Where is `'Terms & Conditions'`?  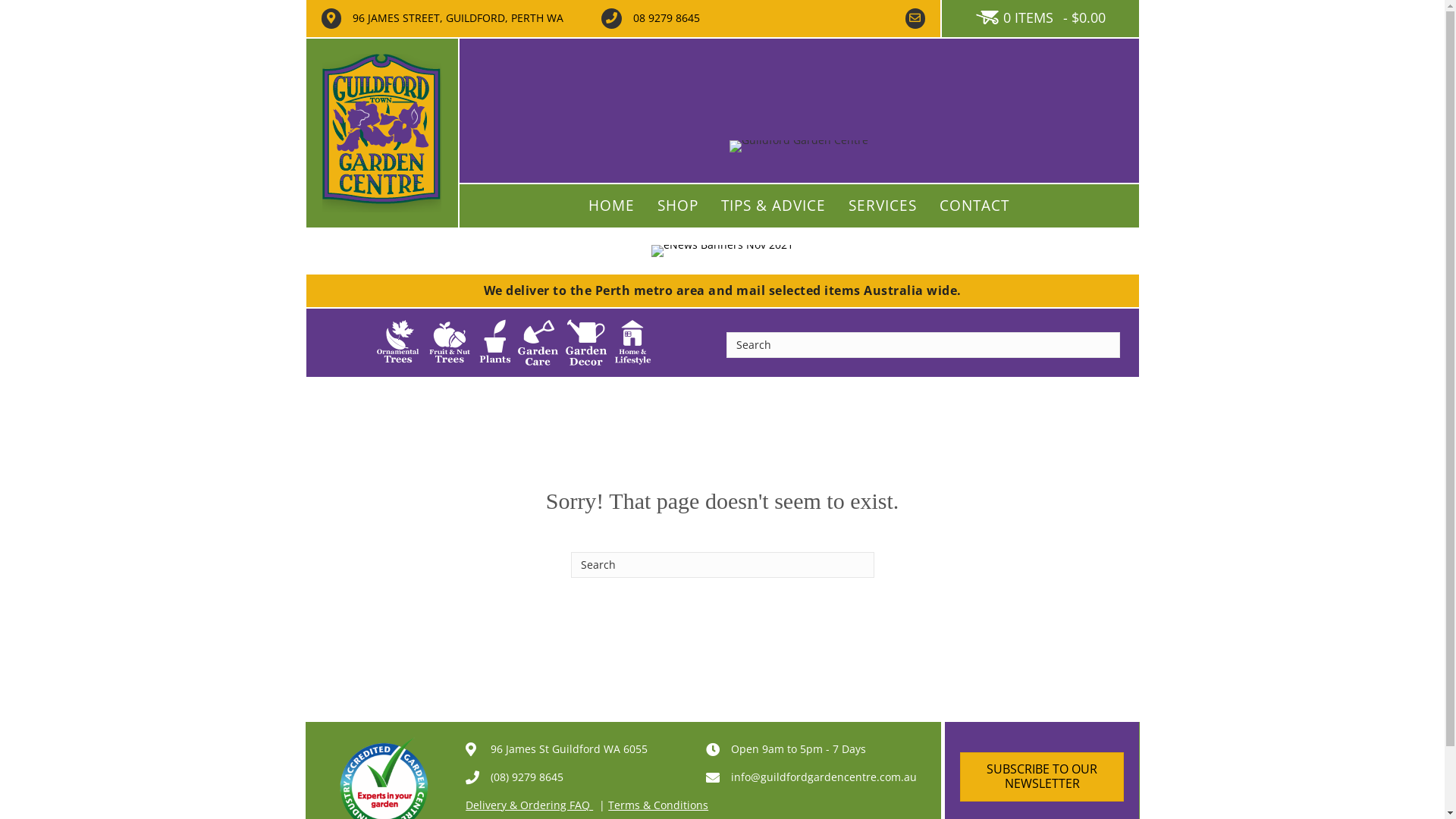
'Terms & Conditions' is located at coordinates (658, 804).